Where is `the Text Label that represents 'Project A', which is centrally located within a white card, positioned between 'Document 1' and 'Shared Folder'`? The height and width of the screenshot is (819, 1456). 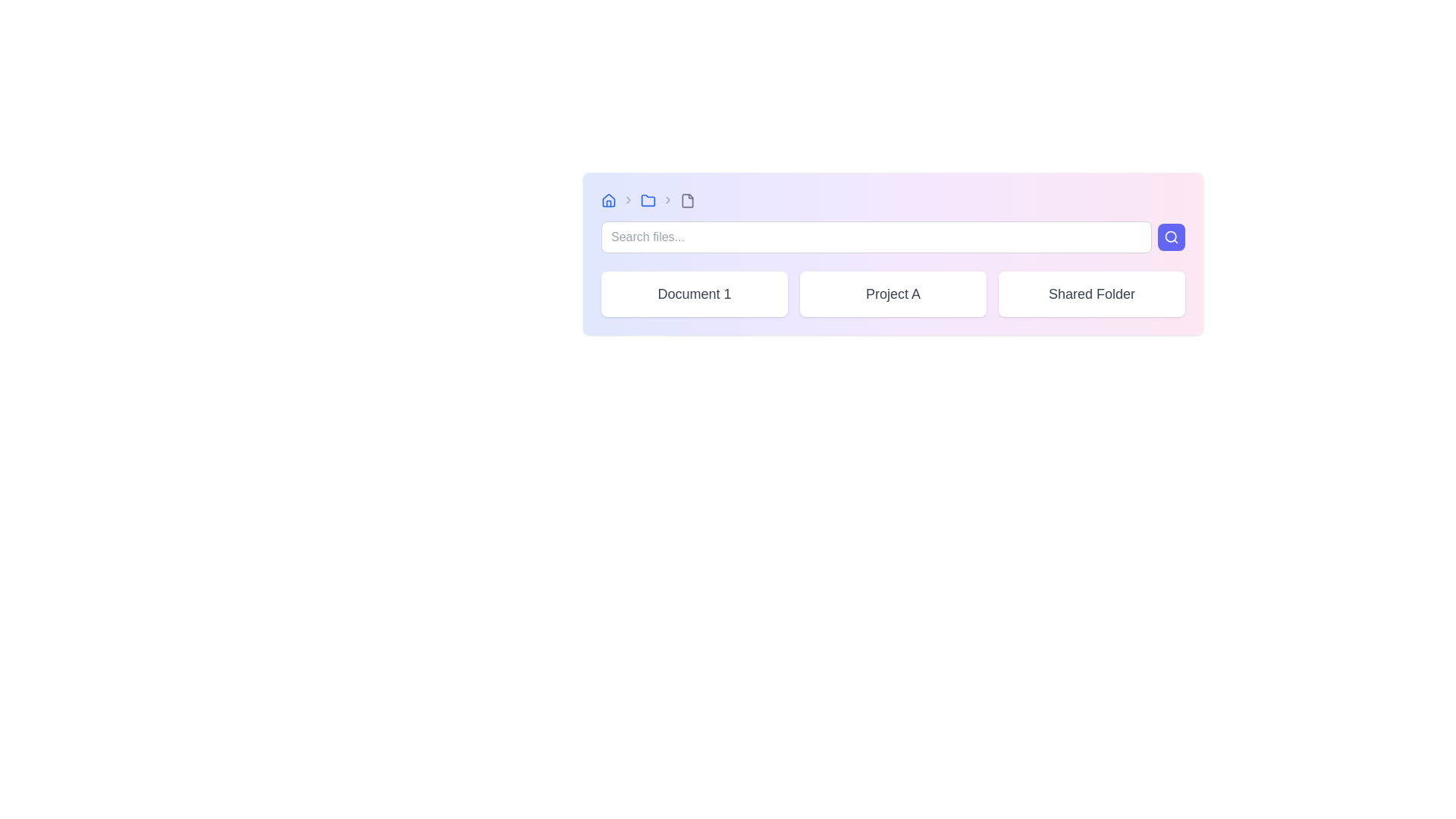
the Text Label that represents 'Project A', which is centrally located within a white card, positioned between 'Document 1' and 'Shared Folder' is located at coordinates (893, 294).